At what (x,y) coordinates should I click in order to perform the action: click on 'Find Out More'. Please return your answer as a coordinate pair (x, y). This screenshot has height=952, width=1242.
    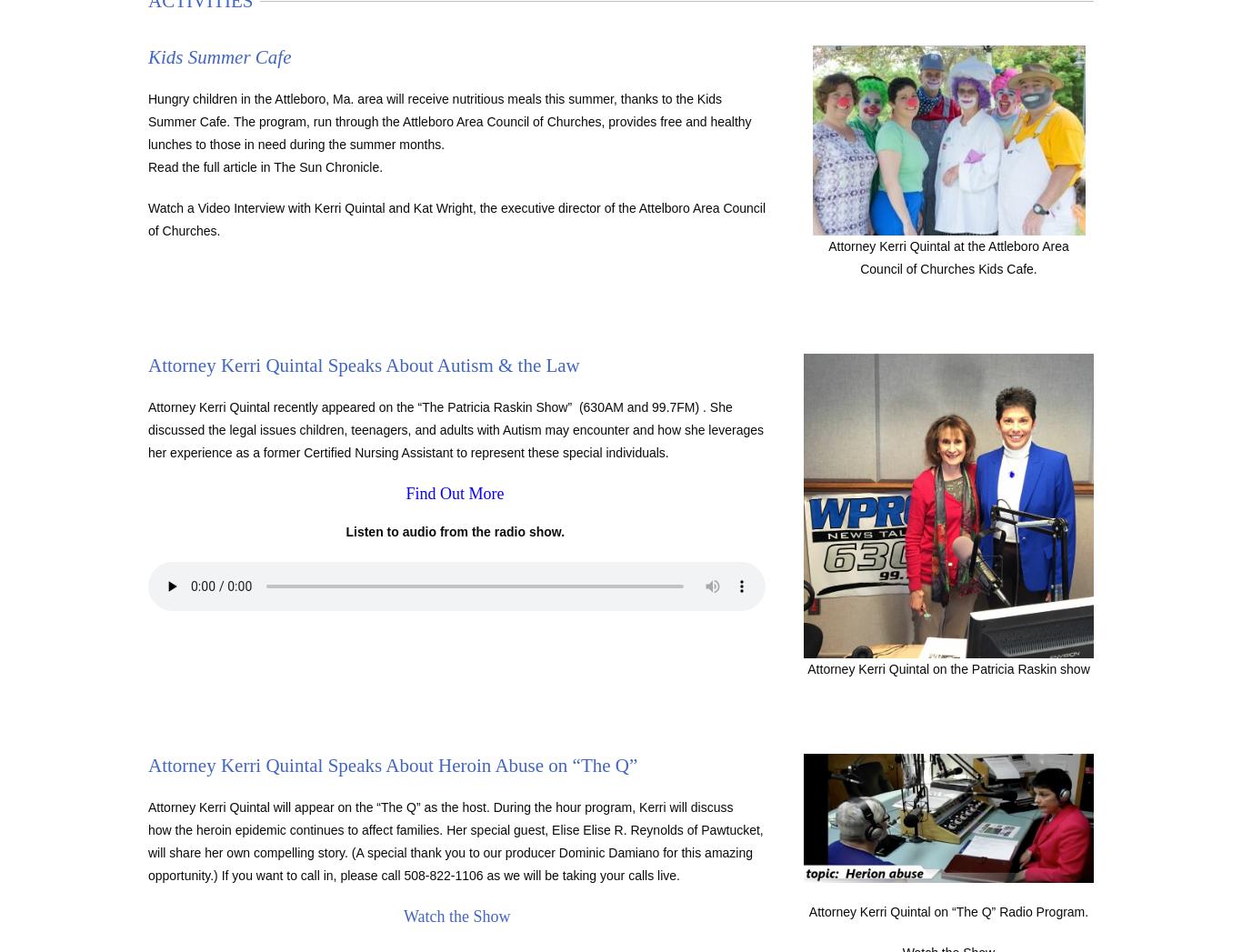
    Looking at the image, I should click on (404, 493).